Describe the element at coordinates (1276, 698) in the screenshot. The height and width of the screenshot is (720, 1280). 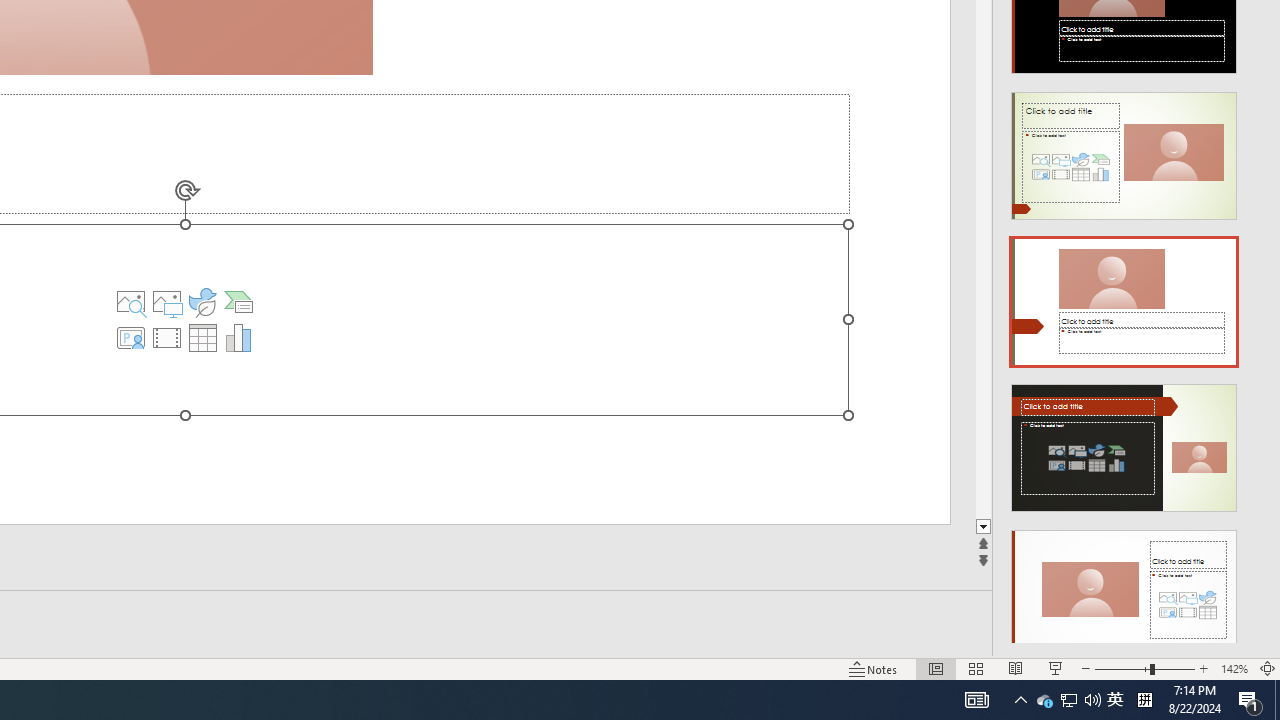
I see `'Show desktop'` at that location.